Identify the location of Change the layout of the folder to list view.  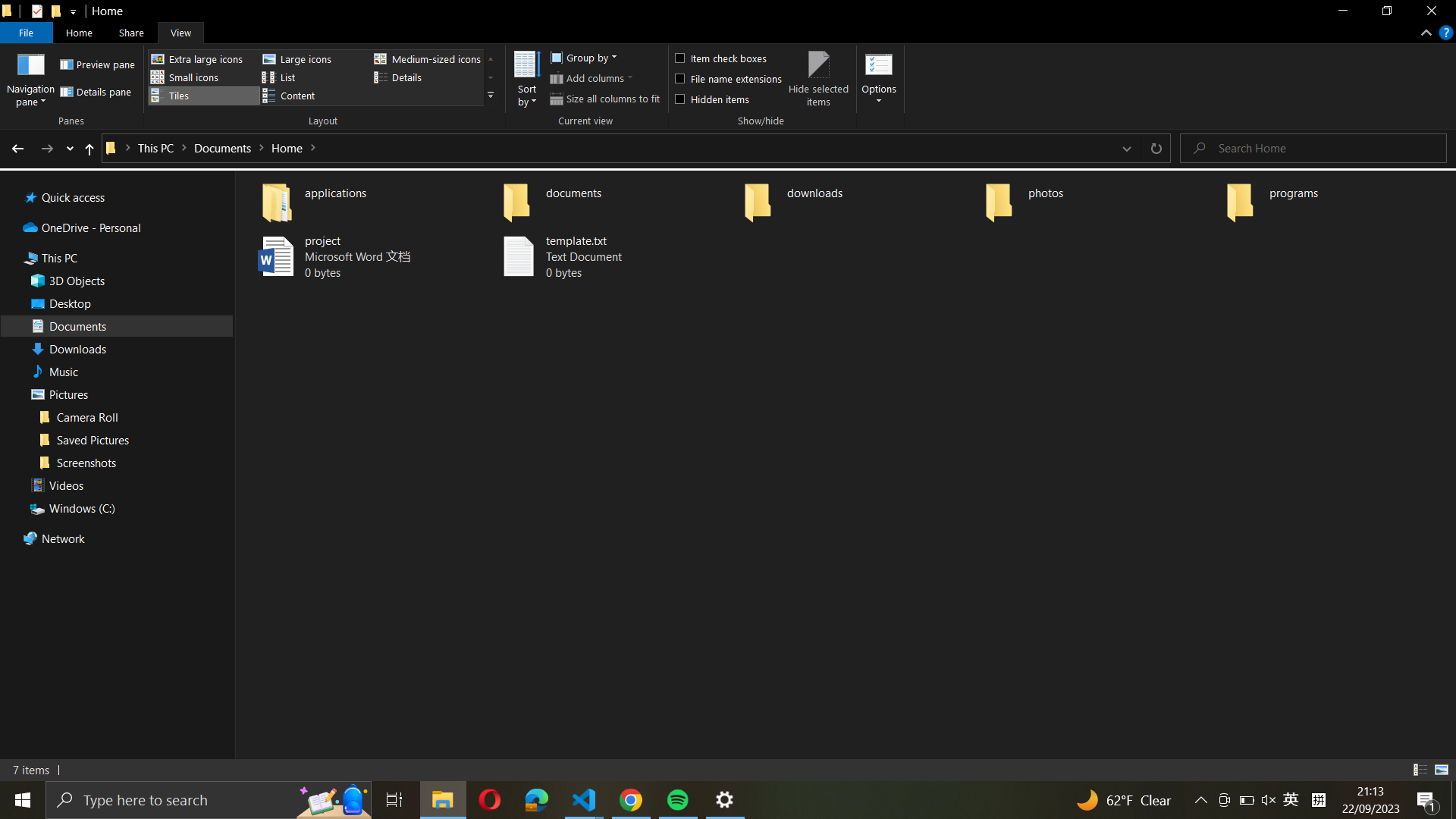
(312, 77).